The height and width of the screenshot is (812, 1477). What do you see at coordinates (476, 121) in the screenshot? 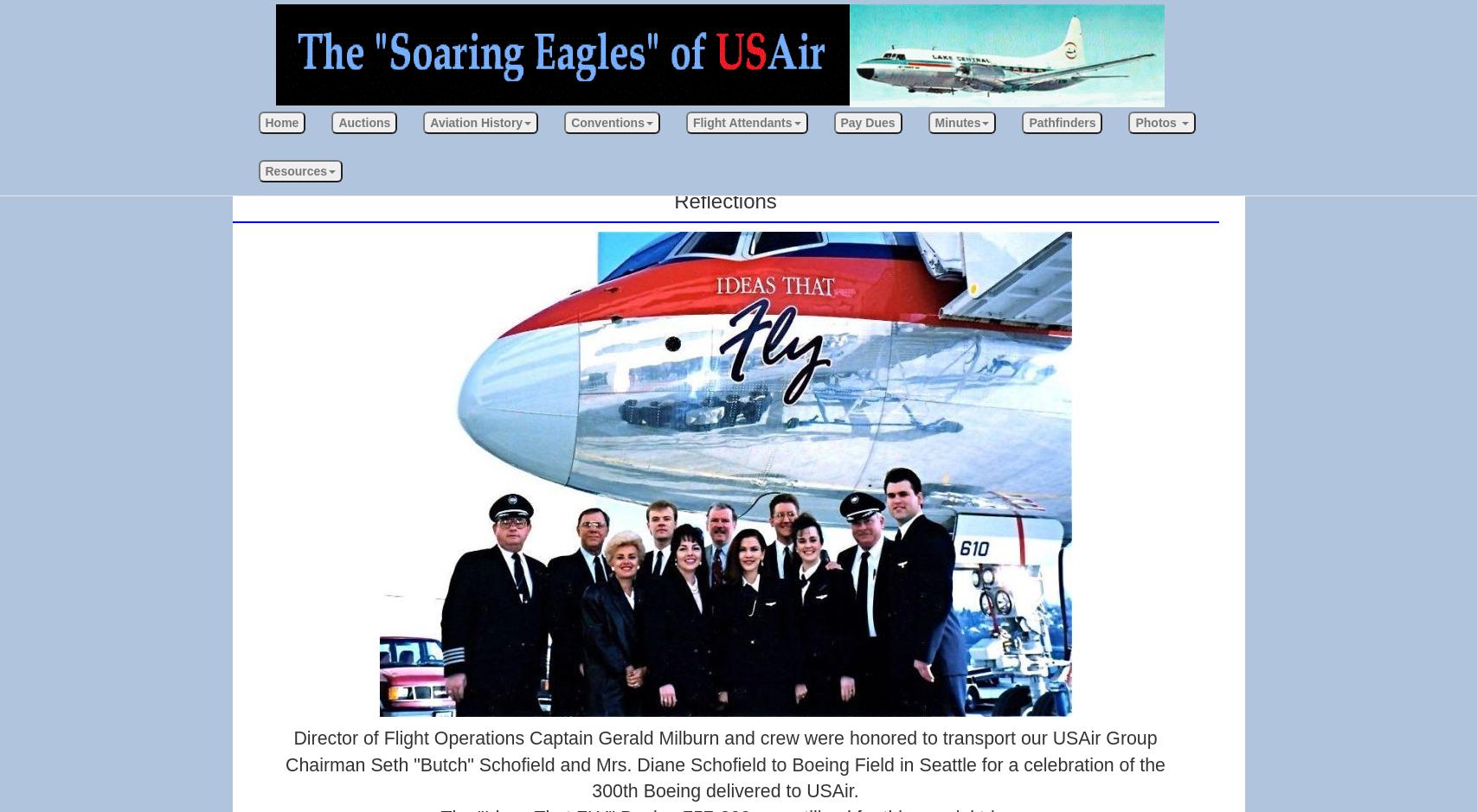
I see `'Aviation History'` at bounding box center [476, 121].